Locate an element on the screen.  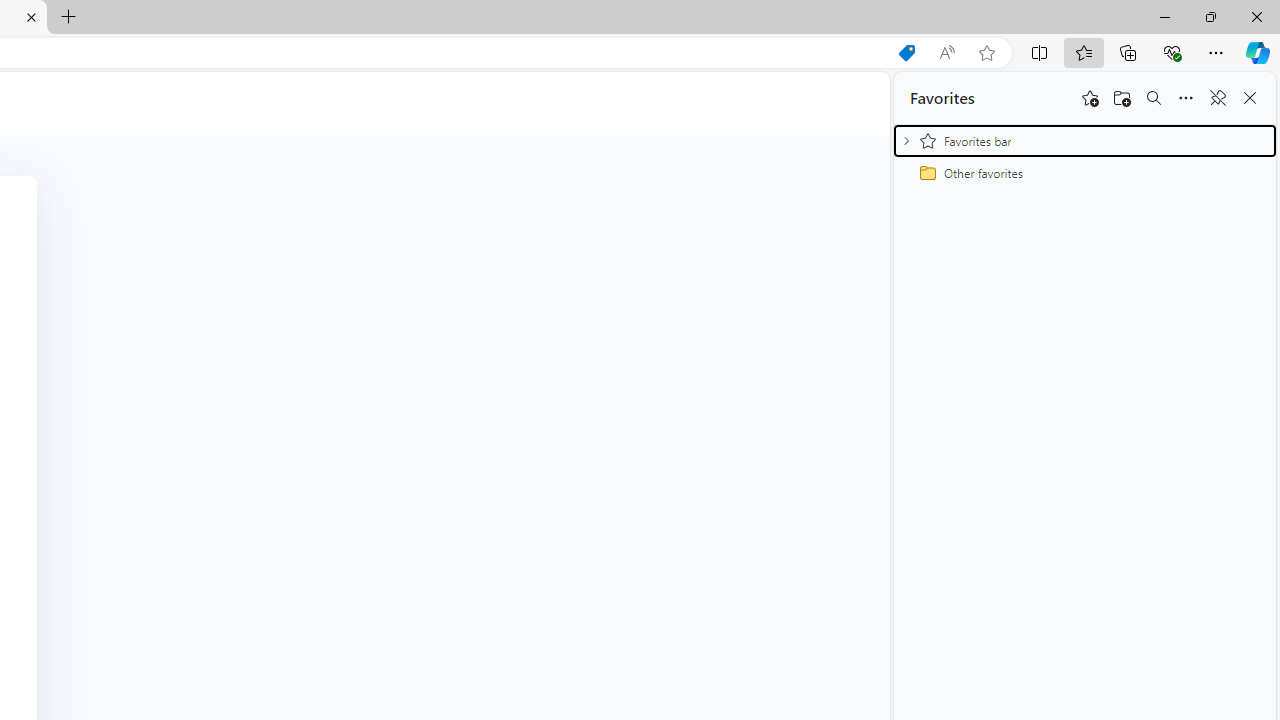
'Close favorites' is located at coordinates (1249, 98).